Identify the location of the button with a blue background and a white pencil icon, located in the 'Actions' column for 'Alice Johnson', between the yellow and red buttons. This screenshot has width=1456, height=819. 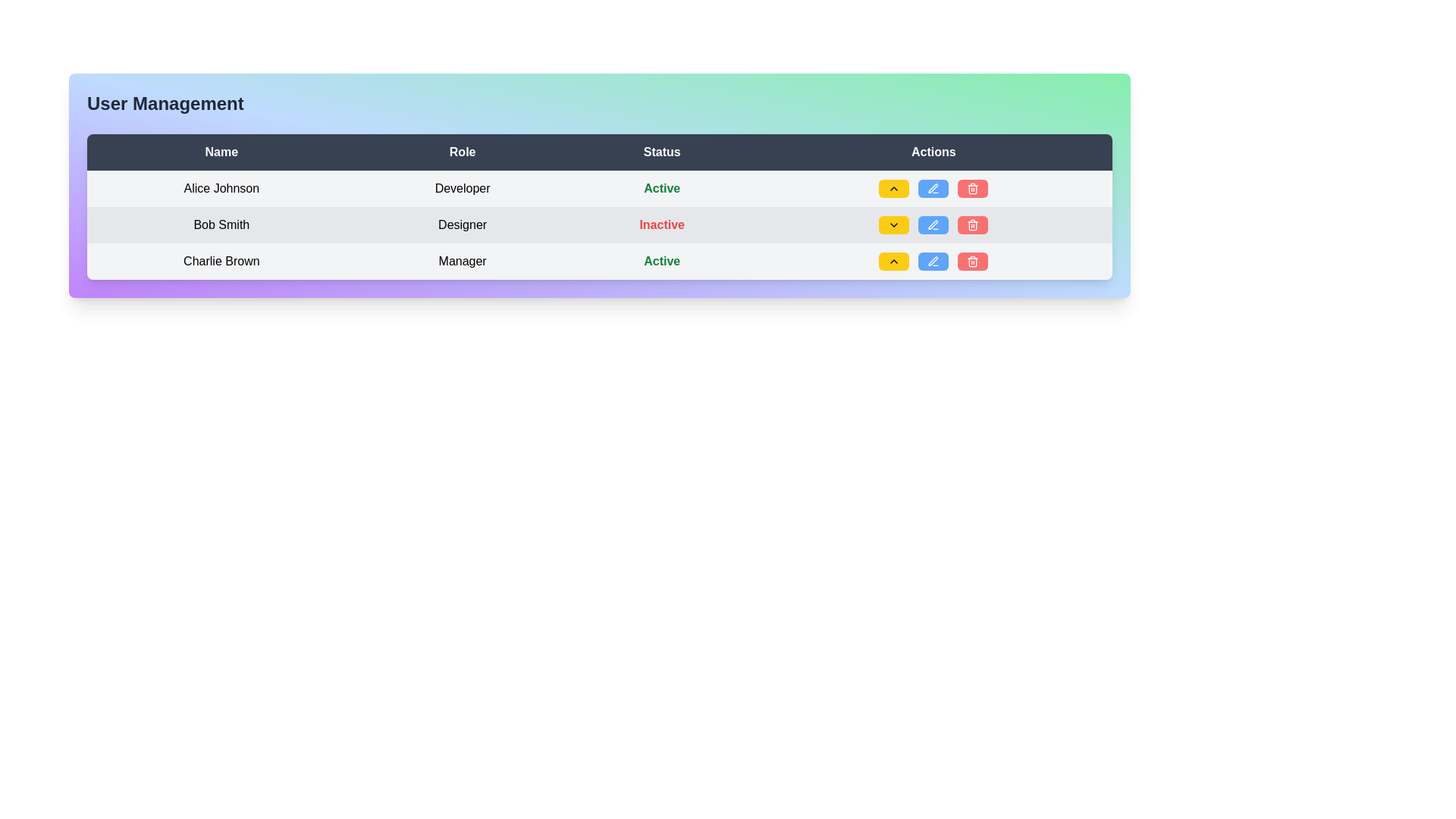
(933, 188).